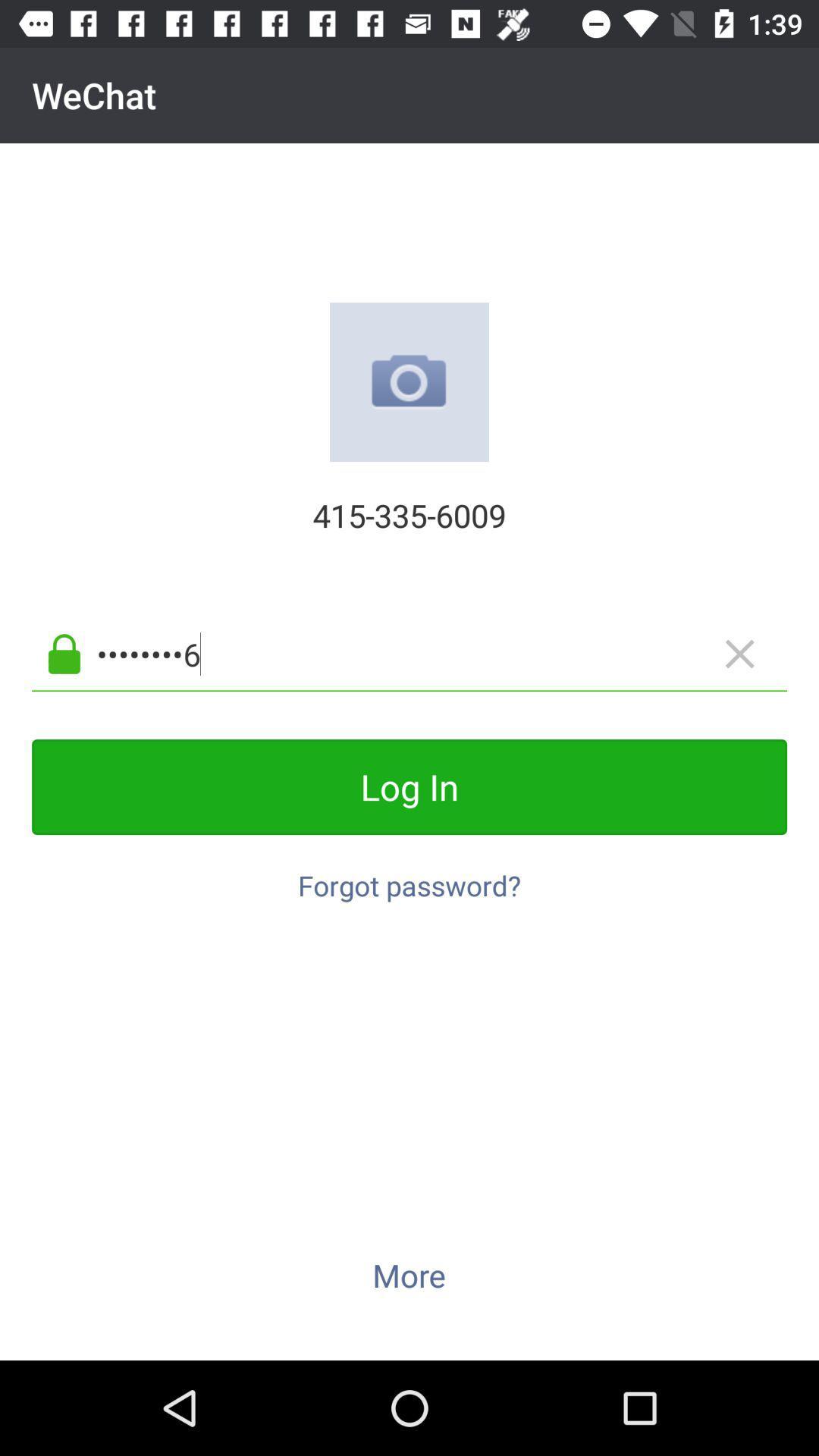  Describe the element at coordinates (409, 877) in the screenshot. I see `item below log in icon` at that location.